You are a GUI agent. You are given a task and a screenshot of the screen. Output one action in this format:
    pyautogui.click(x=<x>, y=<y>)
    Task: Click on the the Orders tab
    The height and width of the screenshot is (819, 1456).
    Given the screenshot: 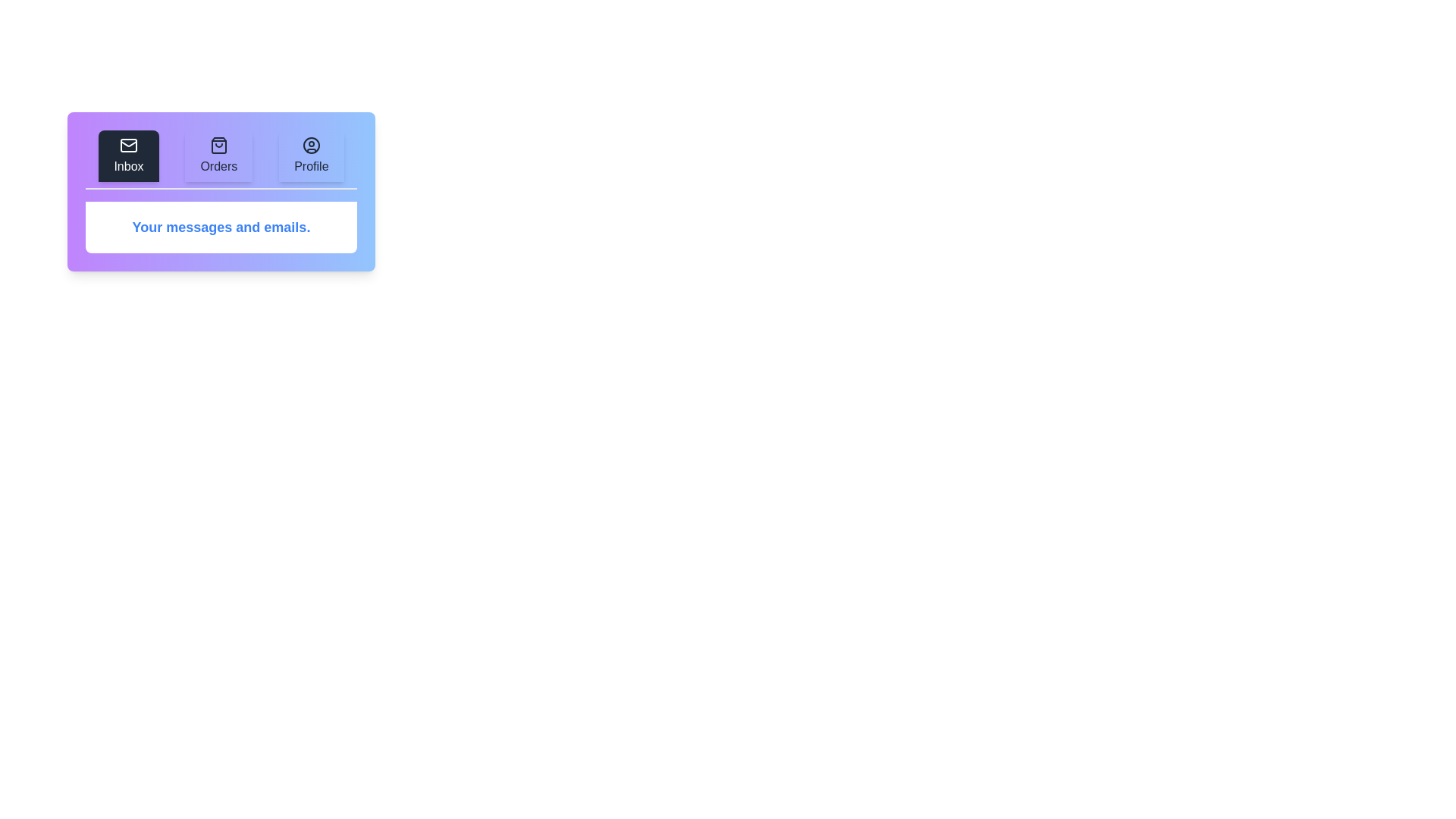 What is the action you would take?
    pyautogui.click(x=218, y=155)
    